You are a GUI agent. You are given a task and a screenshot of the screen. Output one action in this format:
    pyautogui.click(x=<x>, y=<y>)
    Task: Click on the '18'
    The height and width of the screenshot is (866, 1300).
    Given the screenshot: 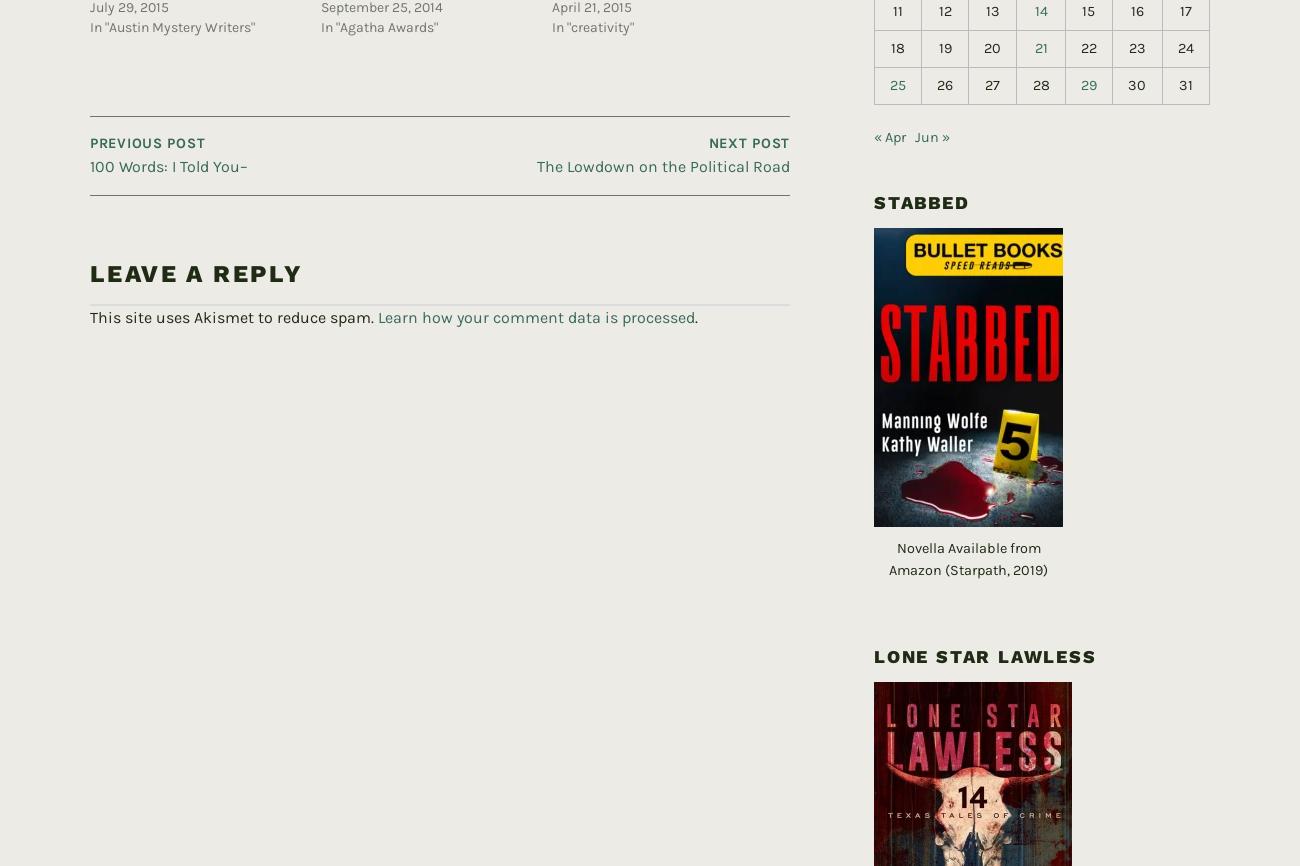 What is the action you would take?
    pyautogui.click(x=897, y=16)
    